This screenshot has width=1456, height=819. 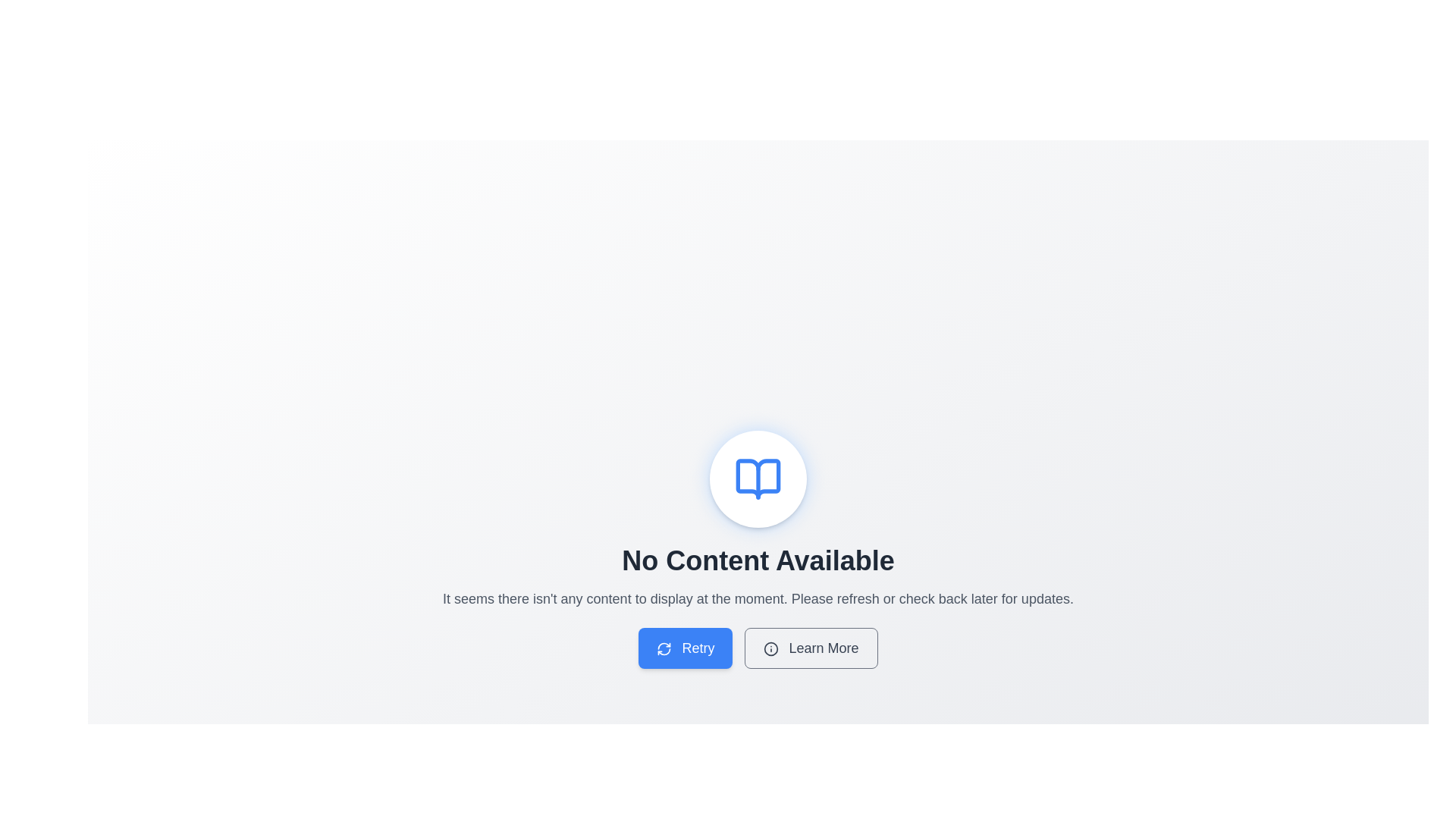 What do you see at coordinates (758, 561) in the screenshot?
I see `the text element that indicates no content is currently available, located centrally below an open book icon and above a smaller explanatory paragraph` at bounding box center [758, 561].